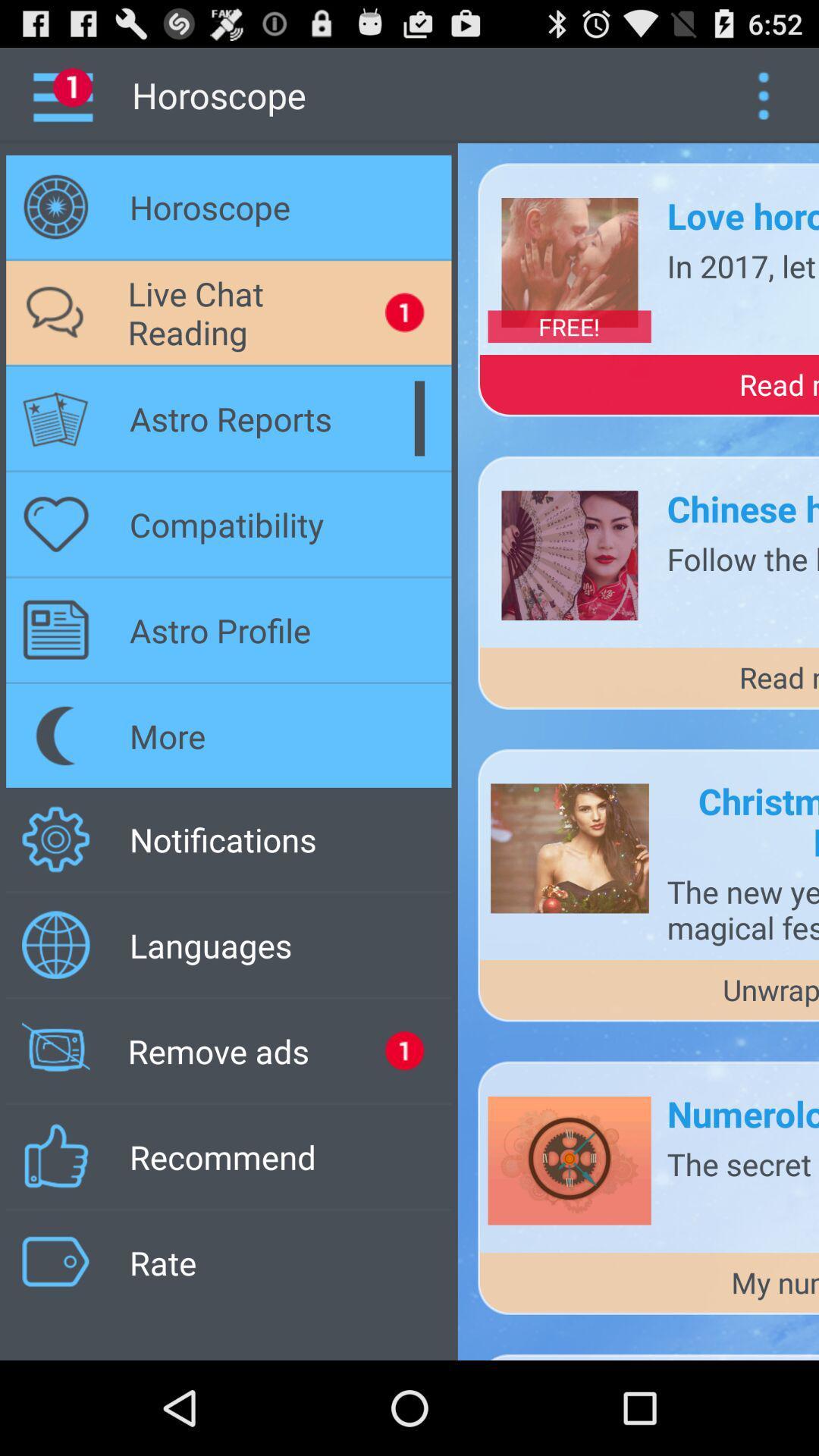 The image size is (819, 1456). I want to click on the item below christmas and nye item, so click(742, 909).